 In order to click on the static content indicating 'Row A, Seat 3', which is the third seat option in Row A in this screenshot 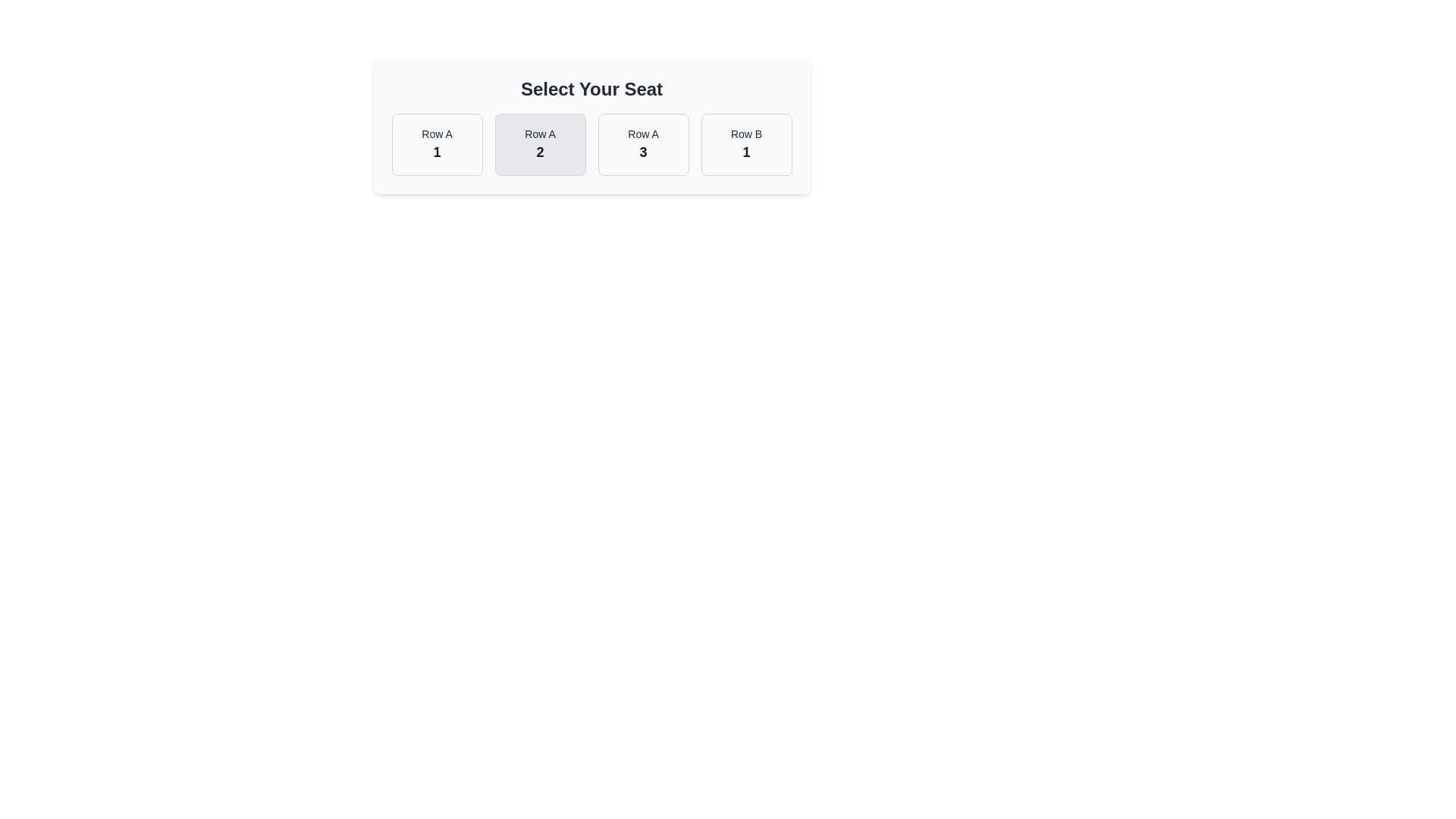, I will do `click(643, 145)`.